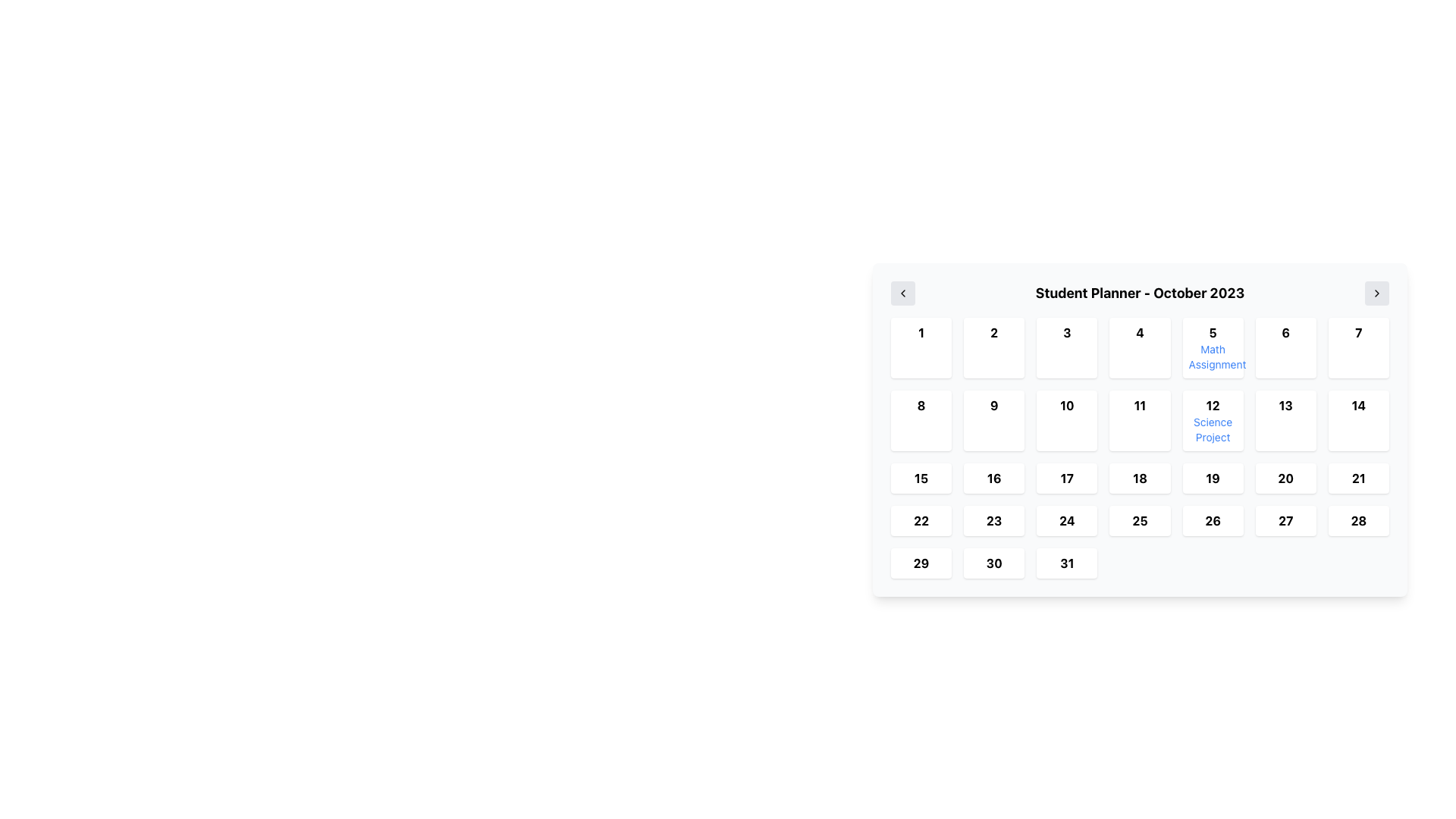 The image size is (1456, 819). I want to click on the static text label indicating the 29th day of the month in the calendar view, so click(920, 563).